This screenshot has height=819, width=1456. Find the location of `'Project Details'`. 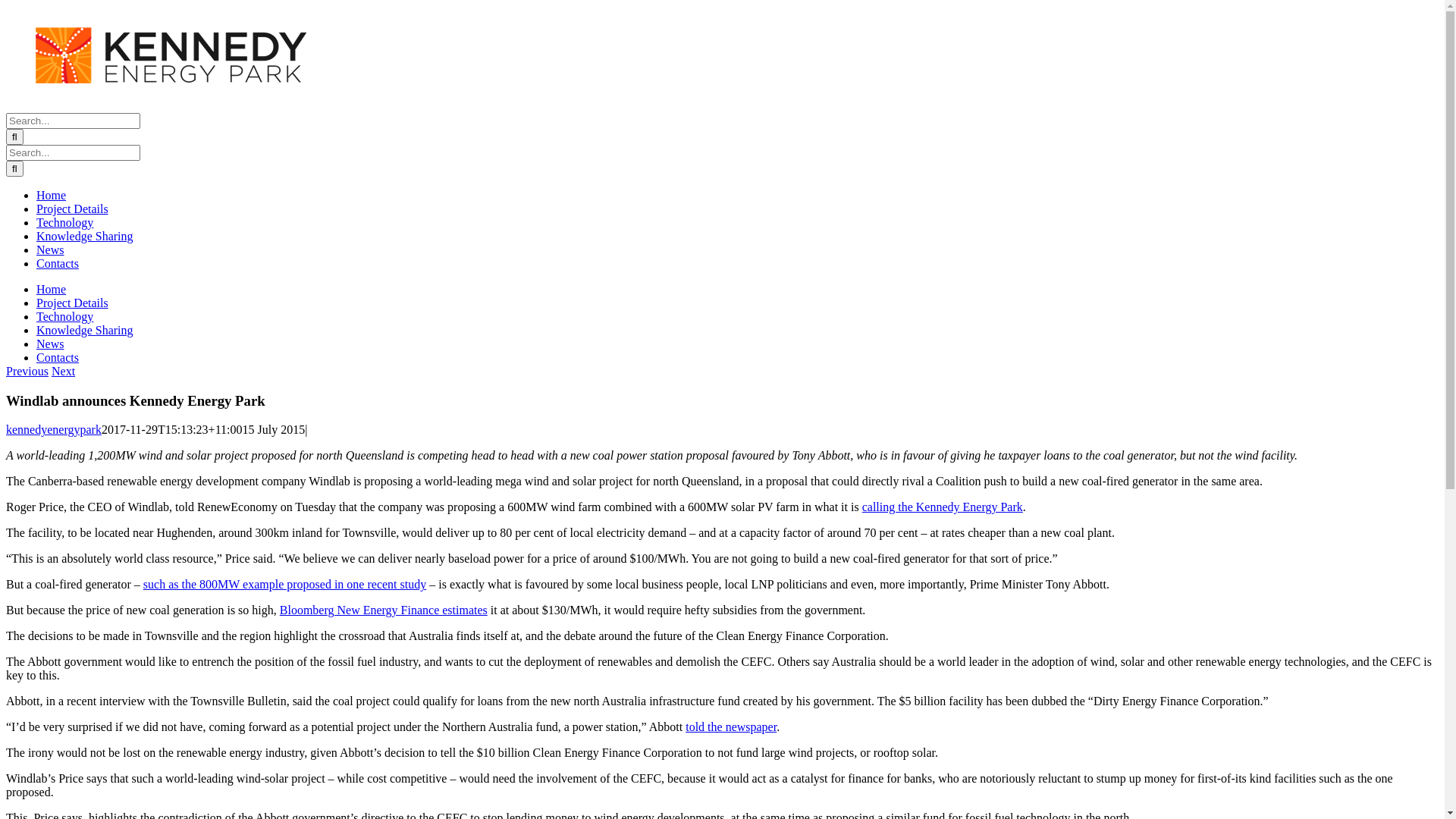

'Project Details' is located at coordinates (71, 303).